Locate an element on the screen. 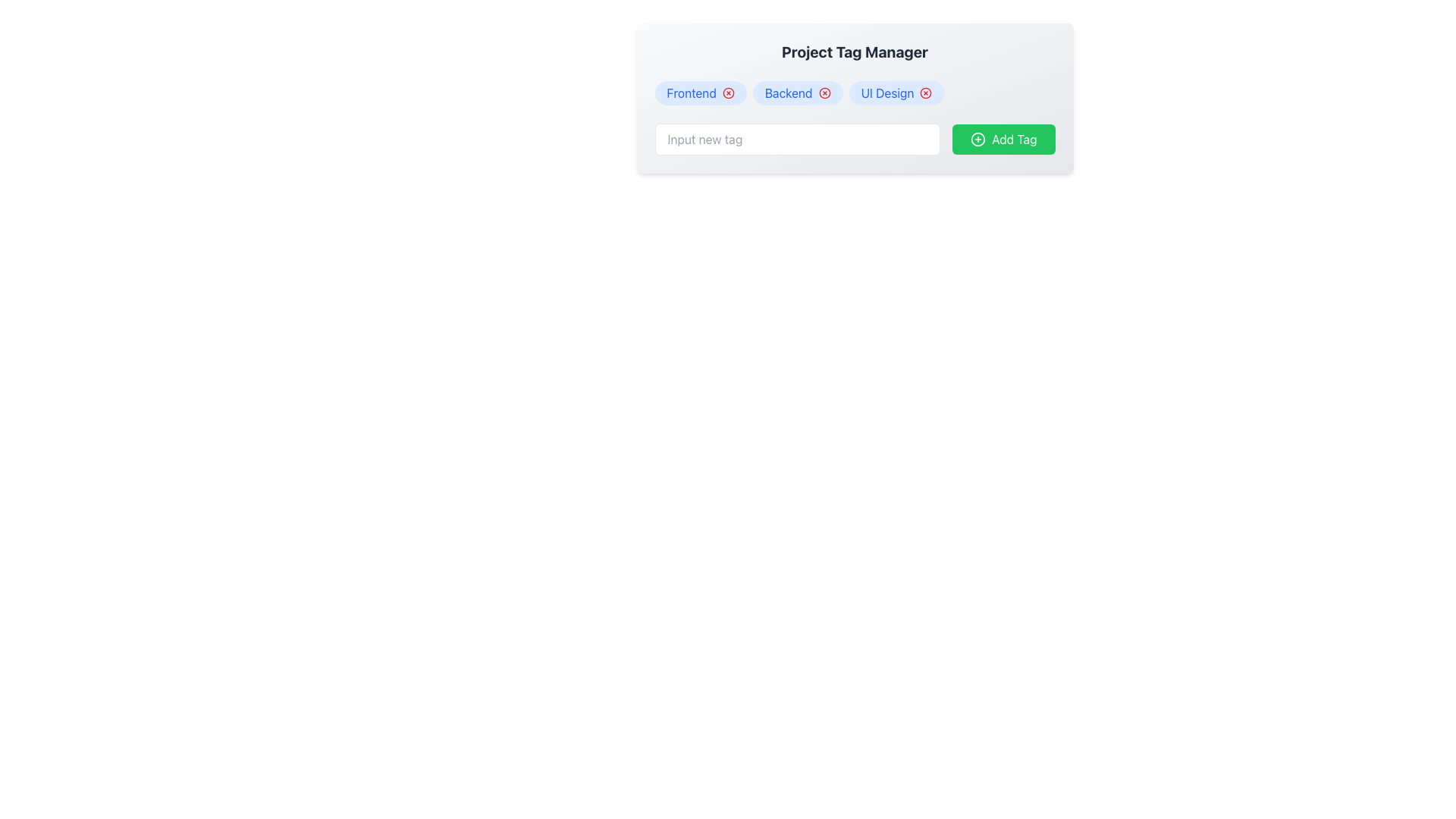 The image size is (1456, 819). the 'Backend' tag label is located at coordinates (789, 93).